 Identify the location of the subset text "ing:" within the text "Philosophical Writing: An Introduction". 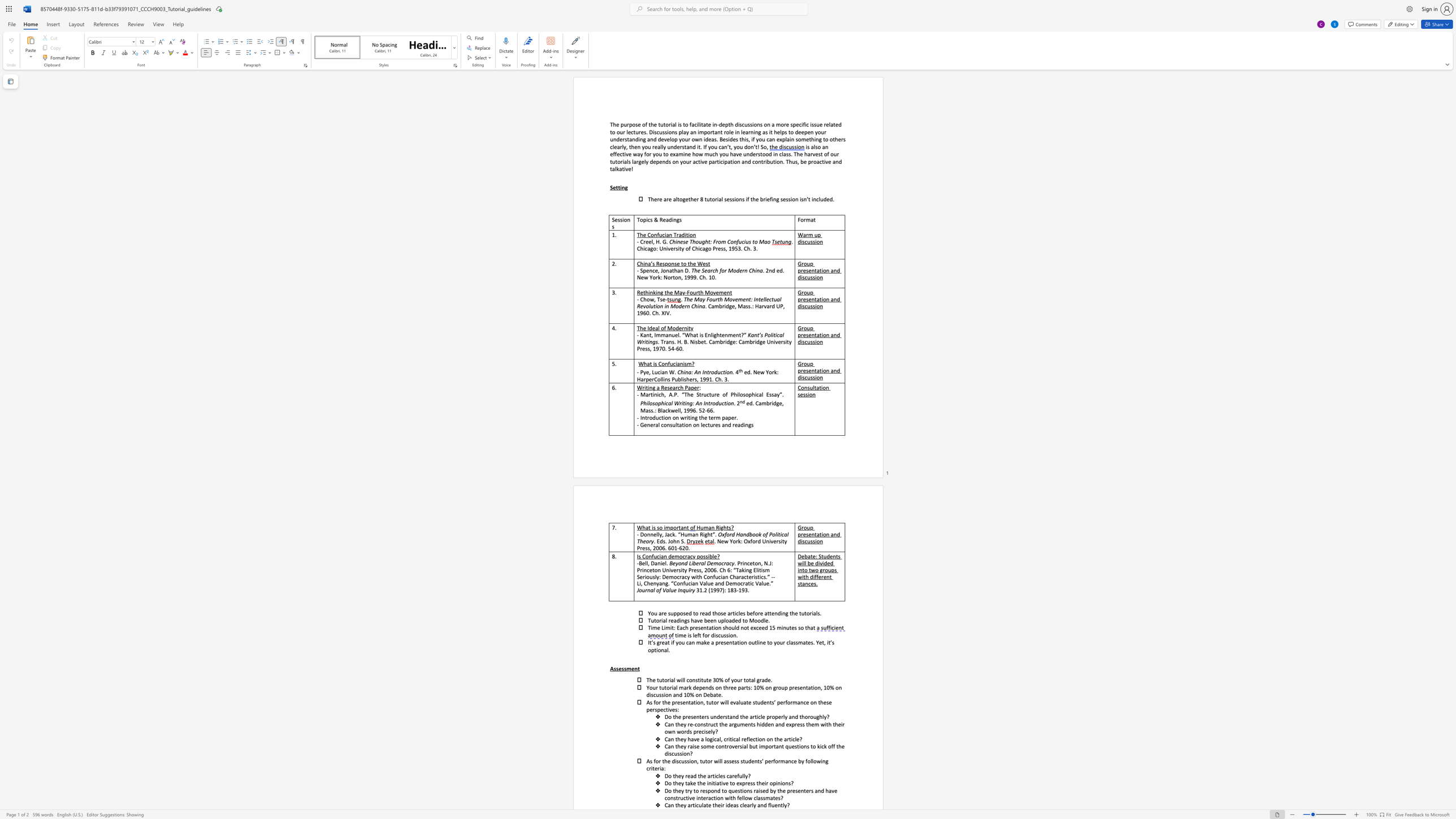
(684, 402).